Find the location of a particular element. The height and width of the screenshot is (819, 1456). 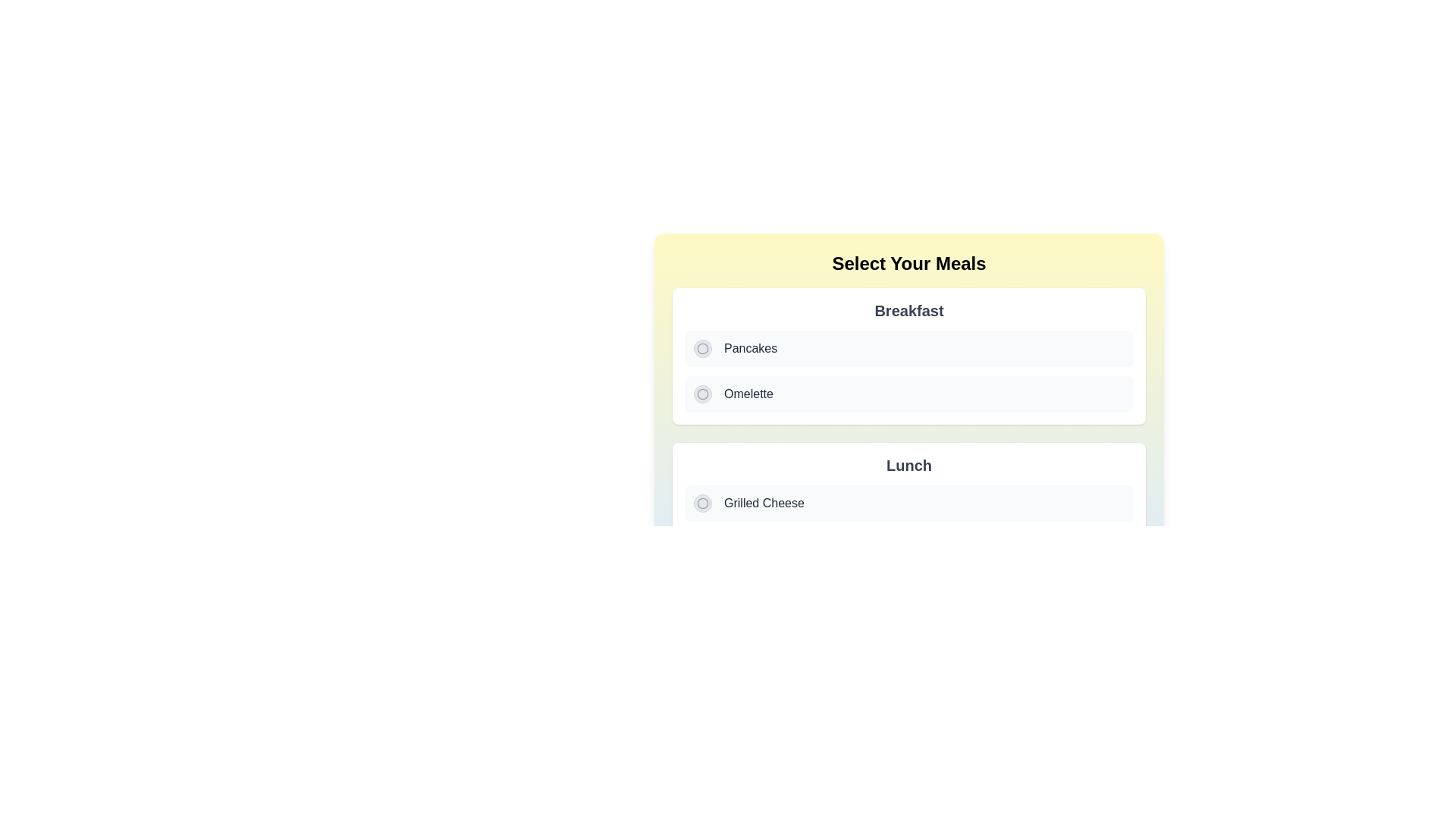

the radio button labeled 'Grilled Cheese' is located at coordinates (909, 526).